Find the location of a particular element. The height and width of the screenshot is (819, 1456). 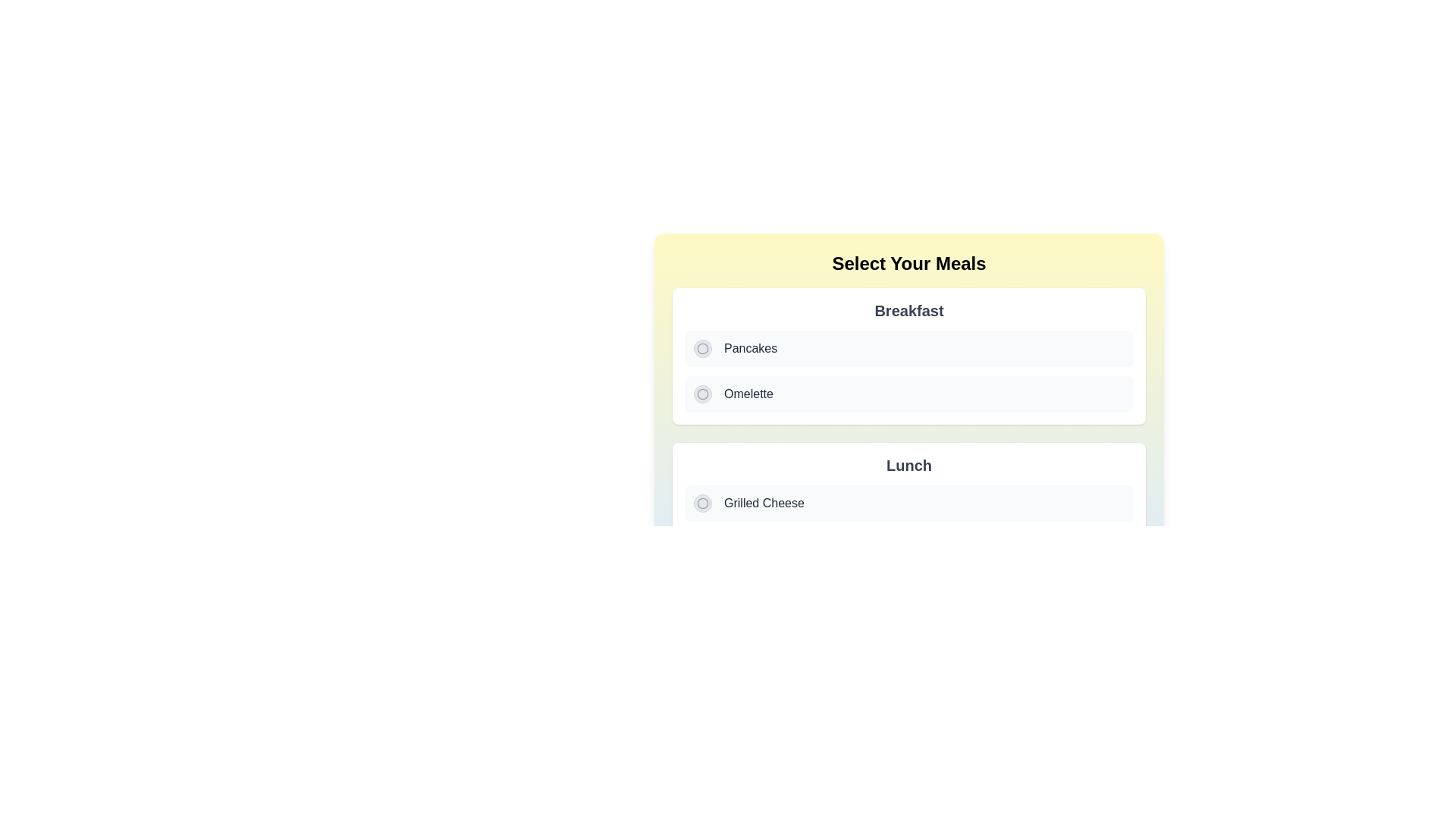

the radio button labeled 'Grilled Cheese' is located at coordinates (909, 526).